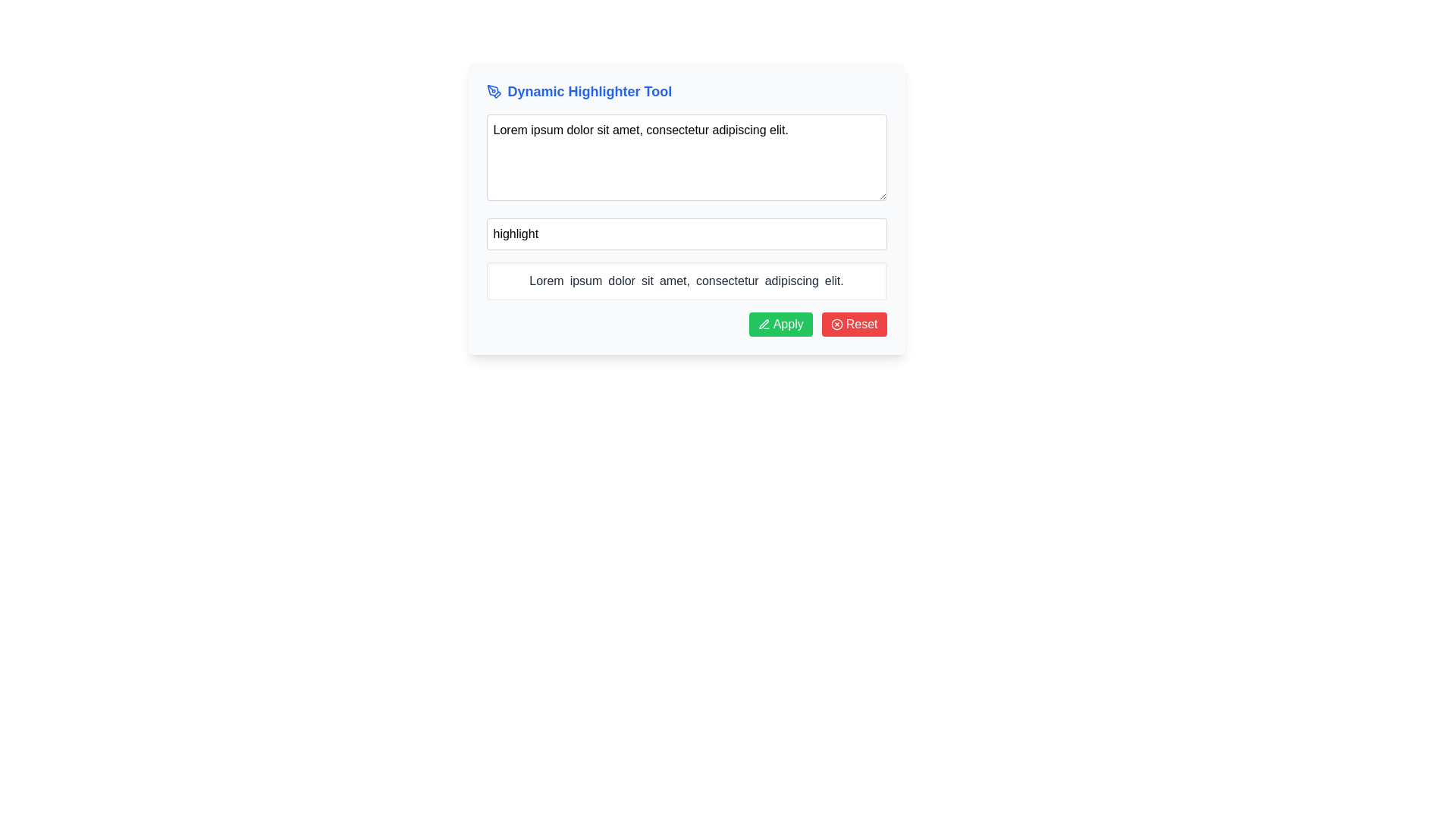 The image size is (1456, 819). Describe the element at coordinates (585, 281) in the screenshot. I see `the text fragment displaying the word 'ipsum' which is the second word in the phrase 'Lorem ipsum dolor sit amet, consectetur adipiscing elit.'` at that location.